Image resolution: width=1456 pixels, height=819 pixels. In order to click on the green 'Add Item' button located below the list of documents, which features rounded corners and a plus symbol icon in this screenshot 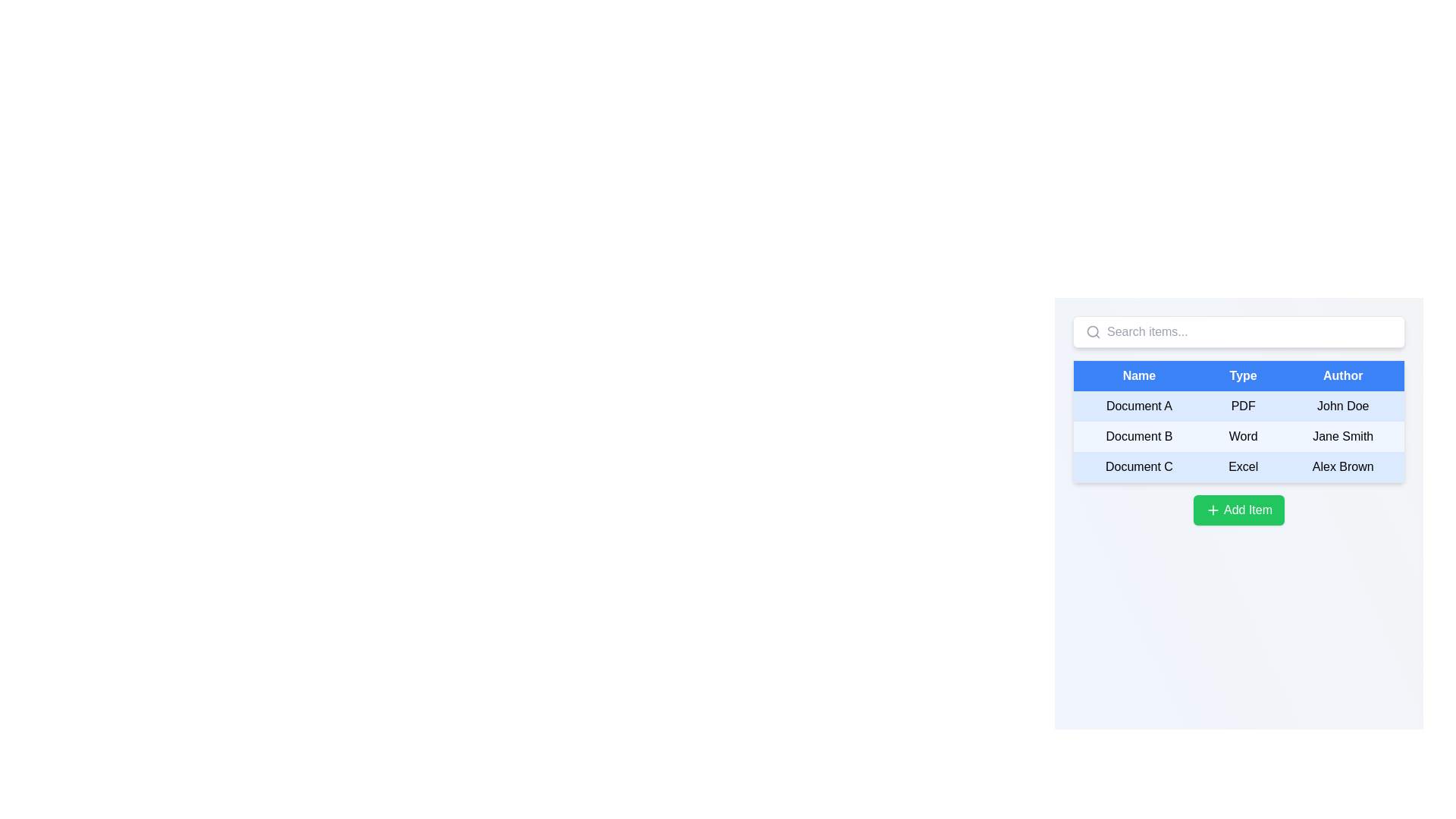, I will do `click(1238, 510)`.